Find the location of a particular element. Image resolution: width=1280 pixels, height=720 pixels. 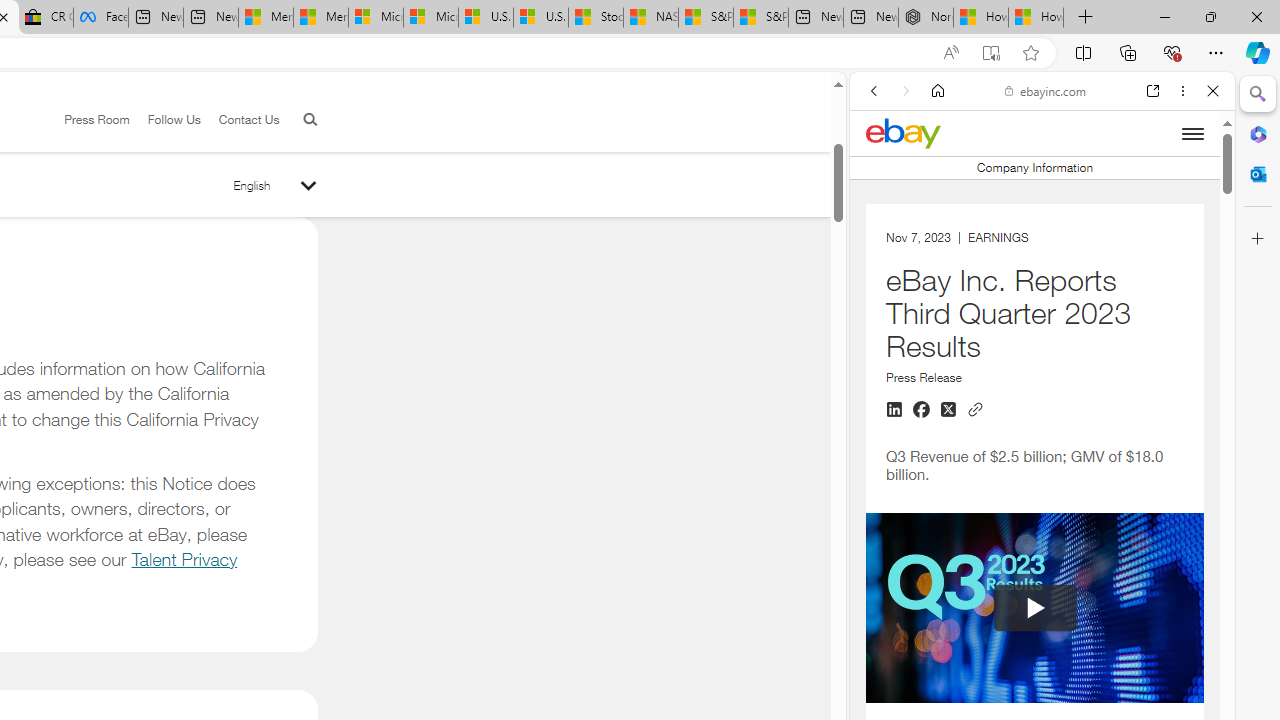

'How to Use a Monitor With Your Closed Laptop' is located at coordinates (1036, 17).